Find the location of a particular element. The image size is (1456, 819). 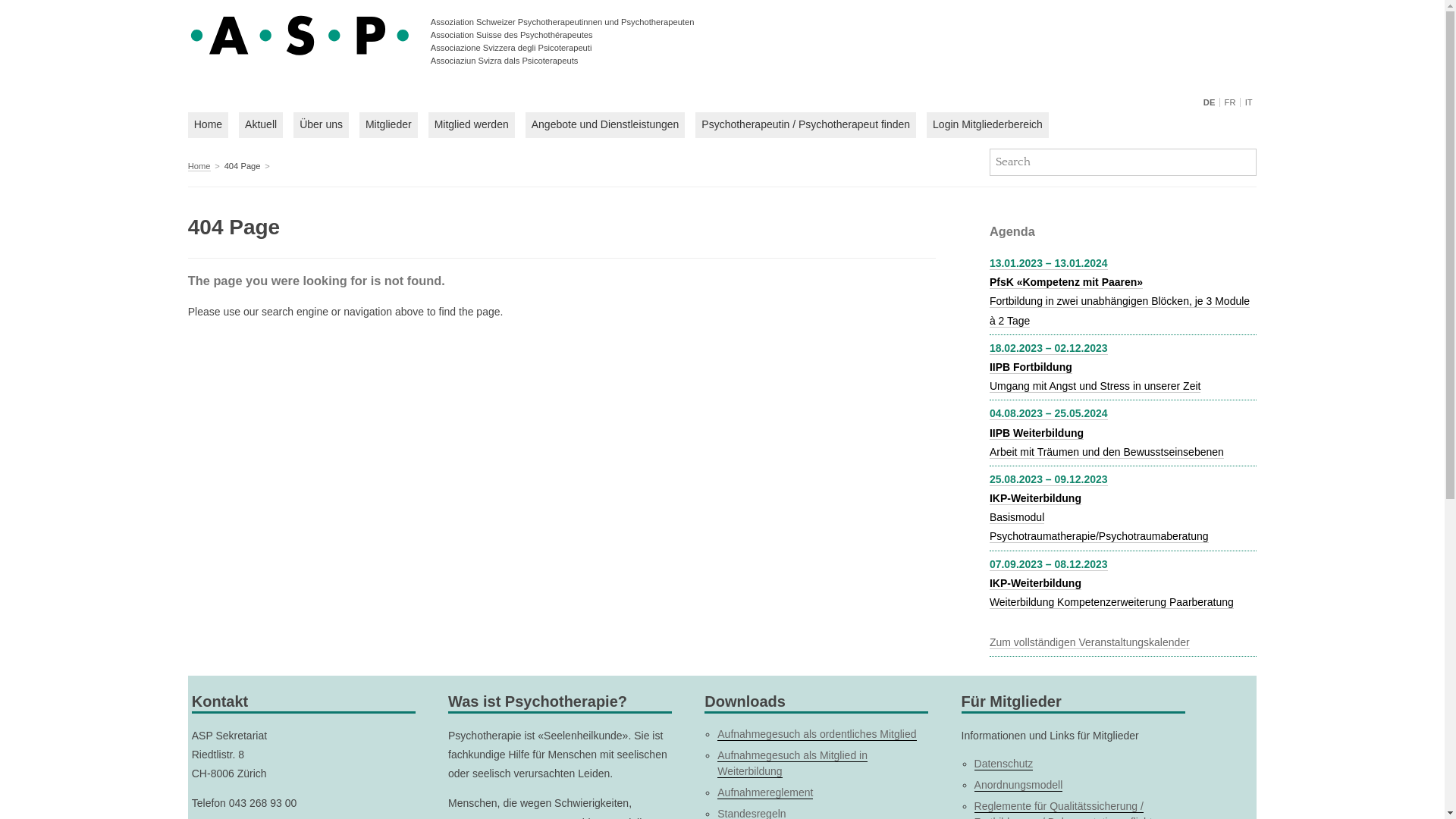

'Aufnahmegesuch als Mitglied in Weiterbildung' is located at coordinates (792, 763).